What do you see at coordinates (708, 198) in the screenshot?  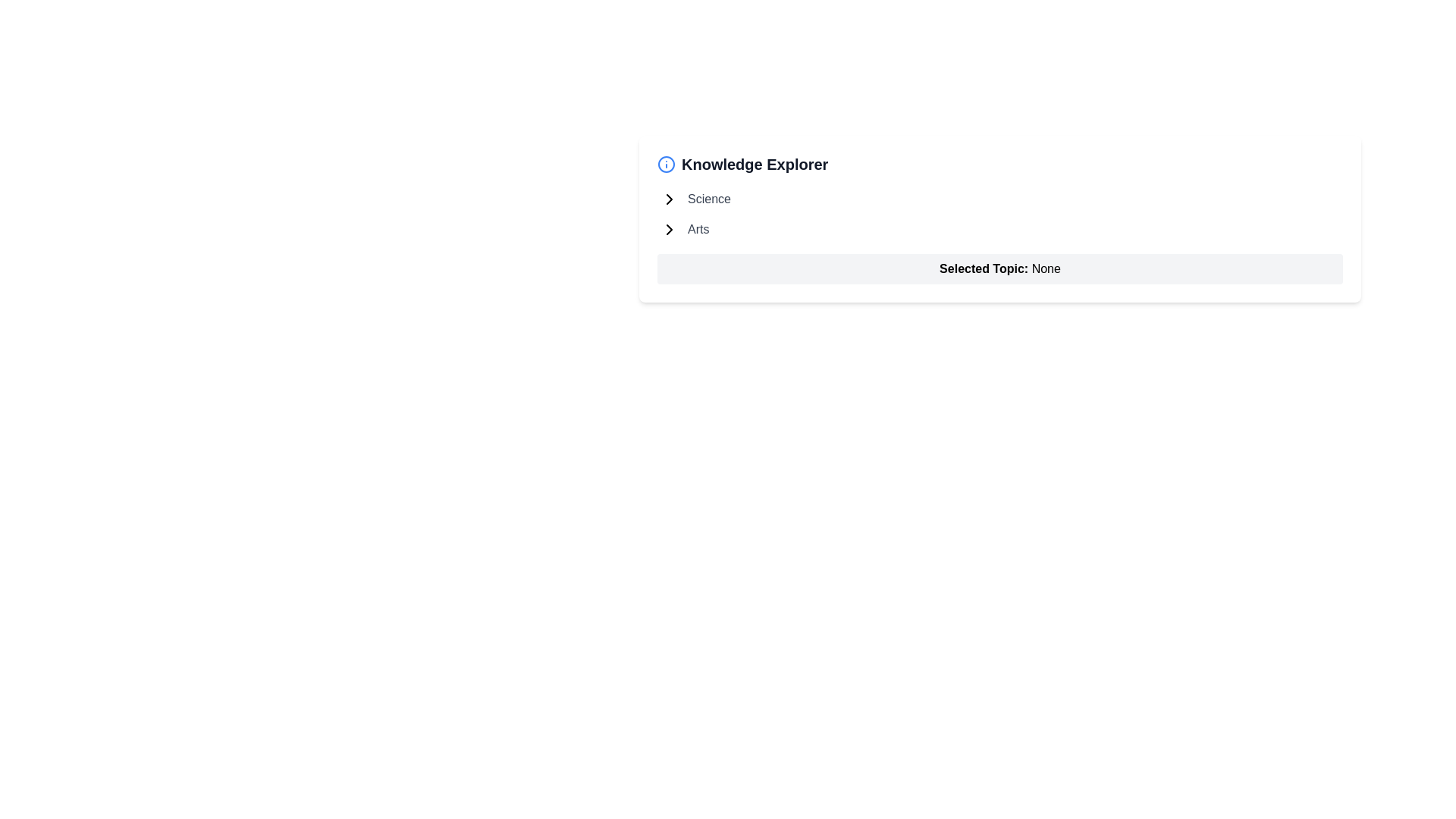 I see `the 'Science' text link` at bounding box center [708, 198].